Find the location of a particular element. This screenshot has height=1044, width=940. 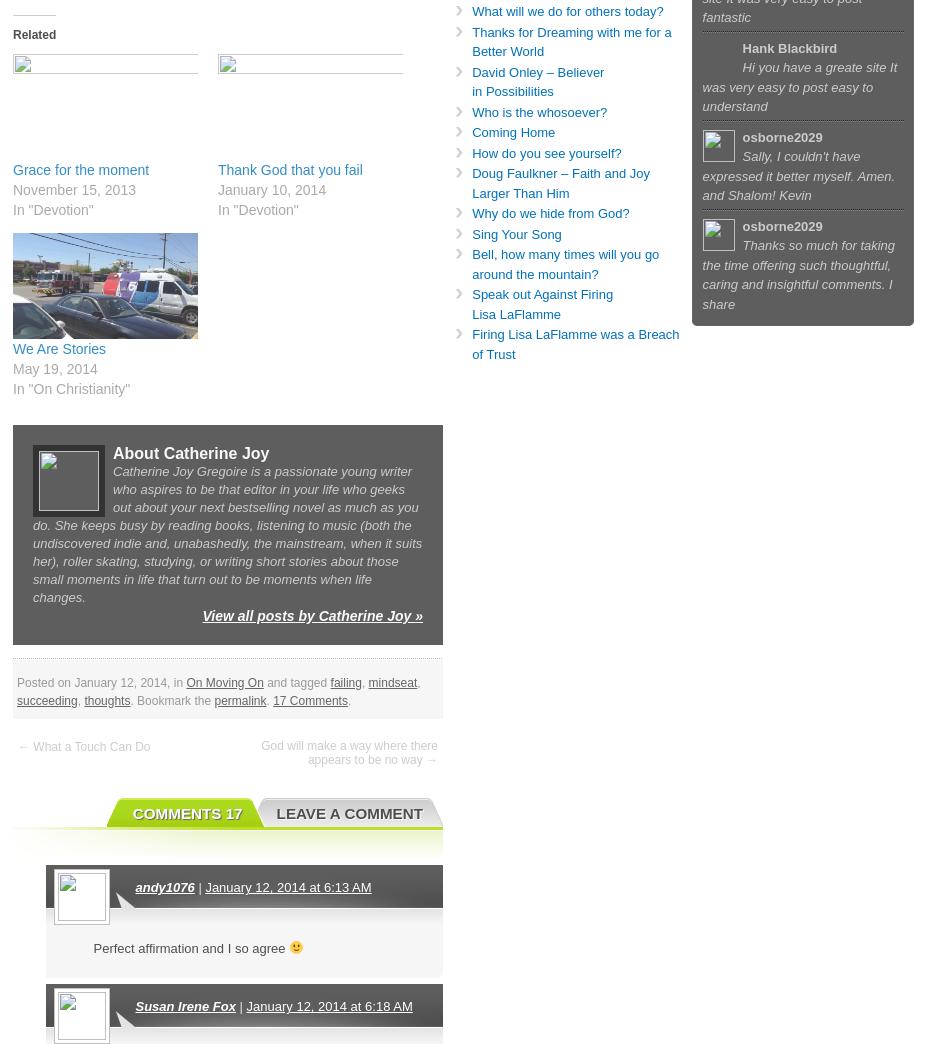

'January 12, 2014 at 6:18 AM' is located at coordinates (329, 1006).